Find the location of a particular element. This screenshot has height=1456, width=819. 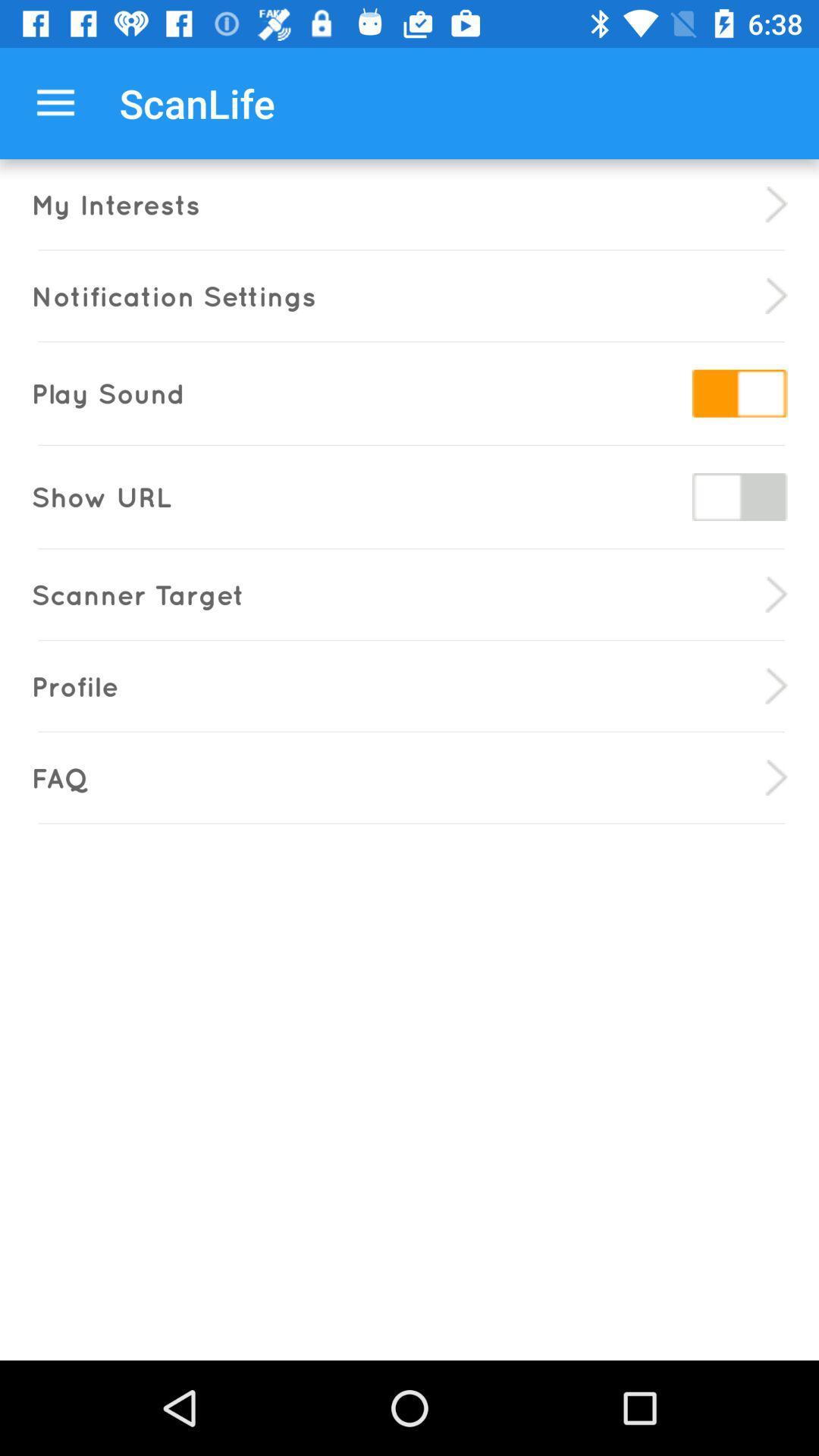

show url is located at coordinates (739, 497).